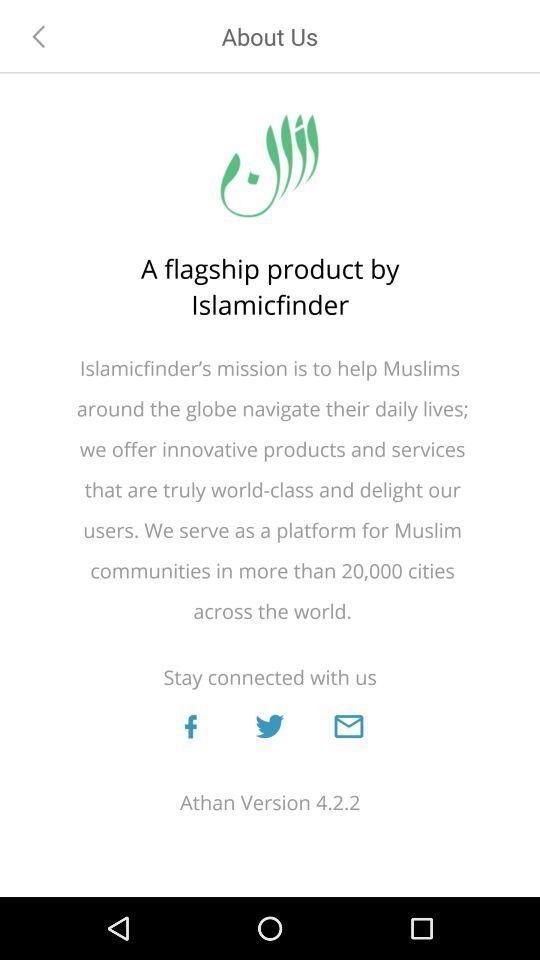 The height and width of the screenshot is (960, 540). I want to click on share on twitter, so click(269, 725).